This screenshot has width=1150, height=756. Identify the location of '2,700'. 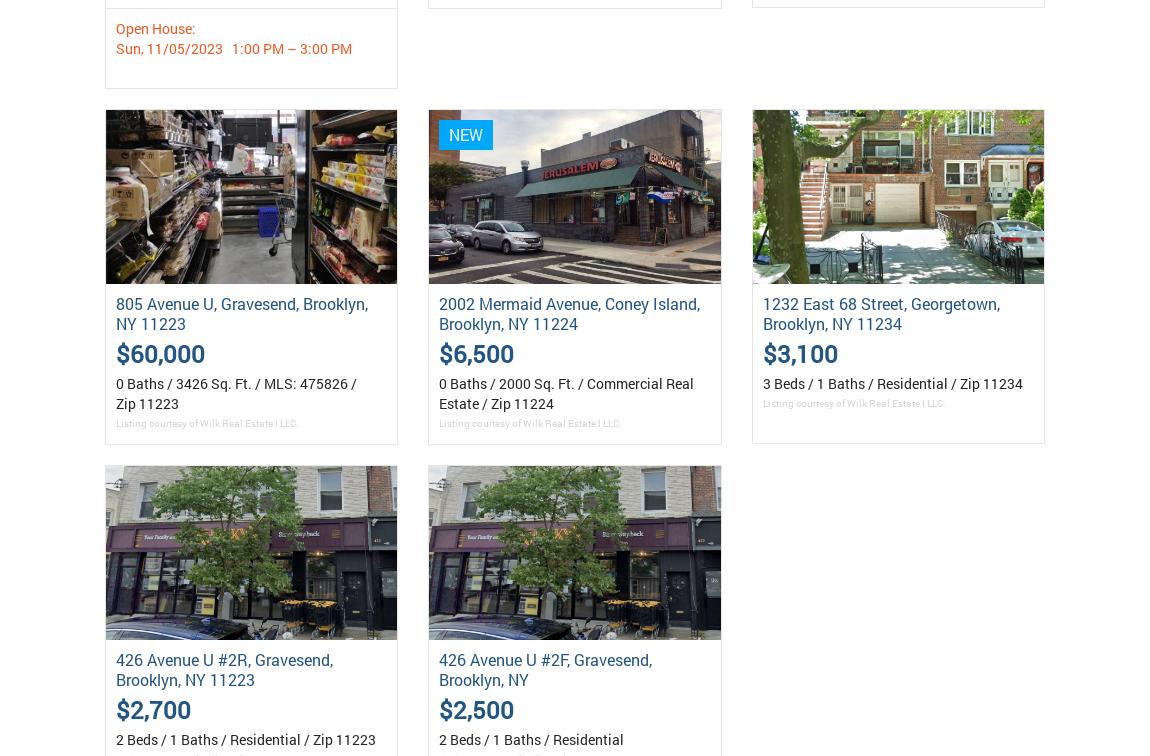
(159, 708).